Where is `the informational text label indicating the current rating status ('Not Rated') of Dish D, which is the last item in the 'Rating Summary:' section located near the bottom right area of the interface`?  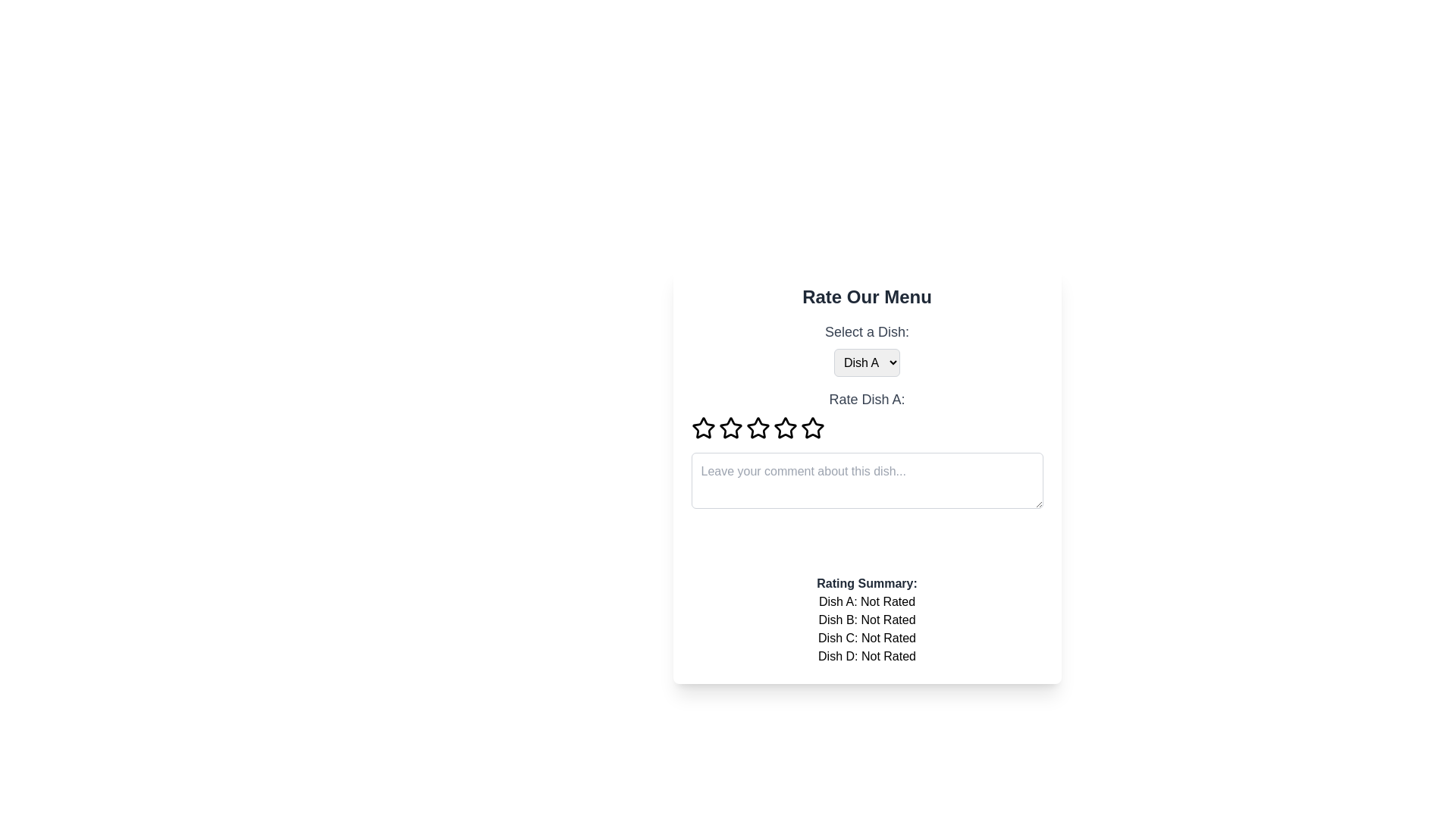 the informational text label indicating the current rating status ('Not Rated') of Dish D, which is the last item in the 'Rating Summary:' section located near the bottom right area of the interface is located at coordinates (867, 656).